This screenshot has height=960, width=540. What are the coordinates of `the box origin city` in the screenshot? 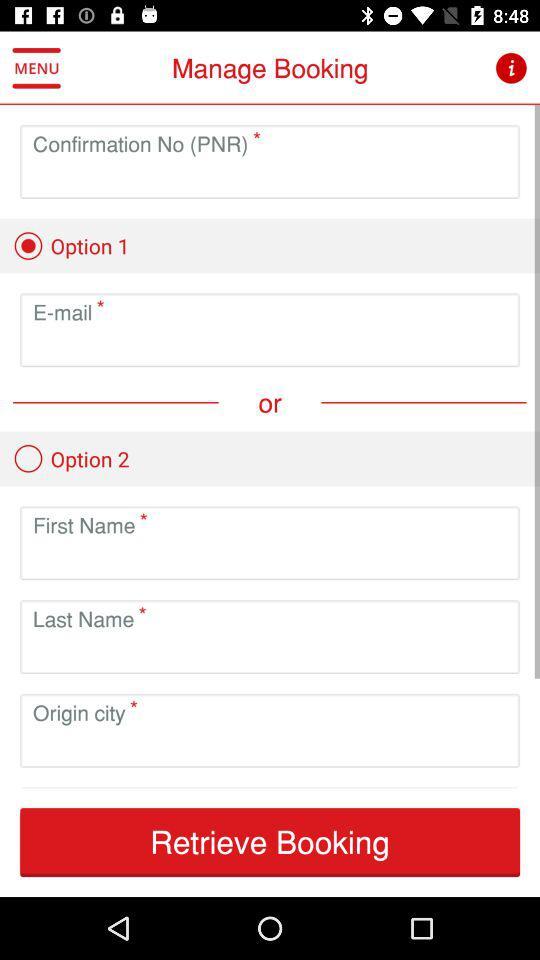 It's located at (270, 745).